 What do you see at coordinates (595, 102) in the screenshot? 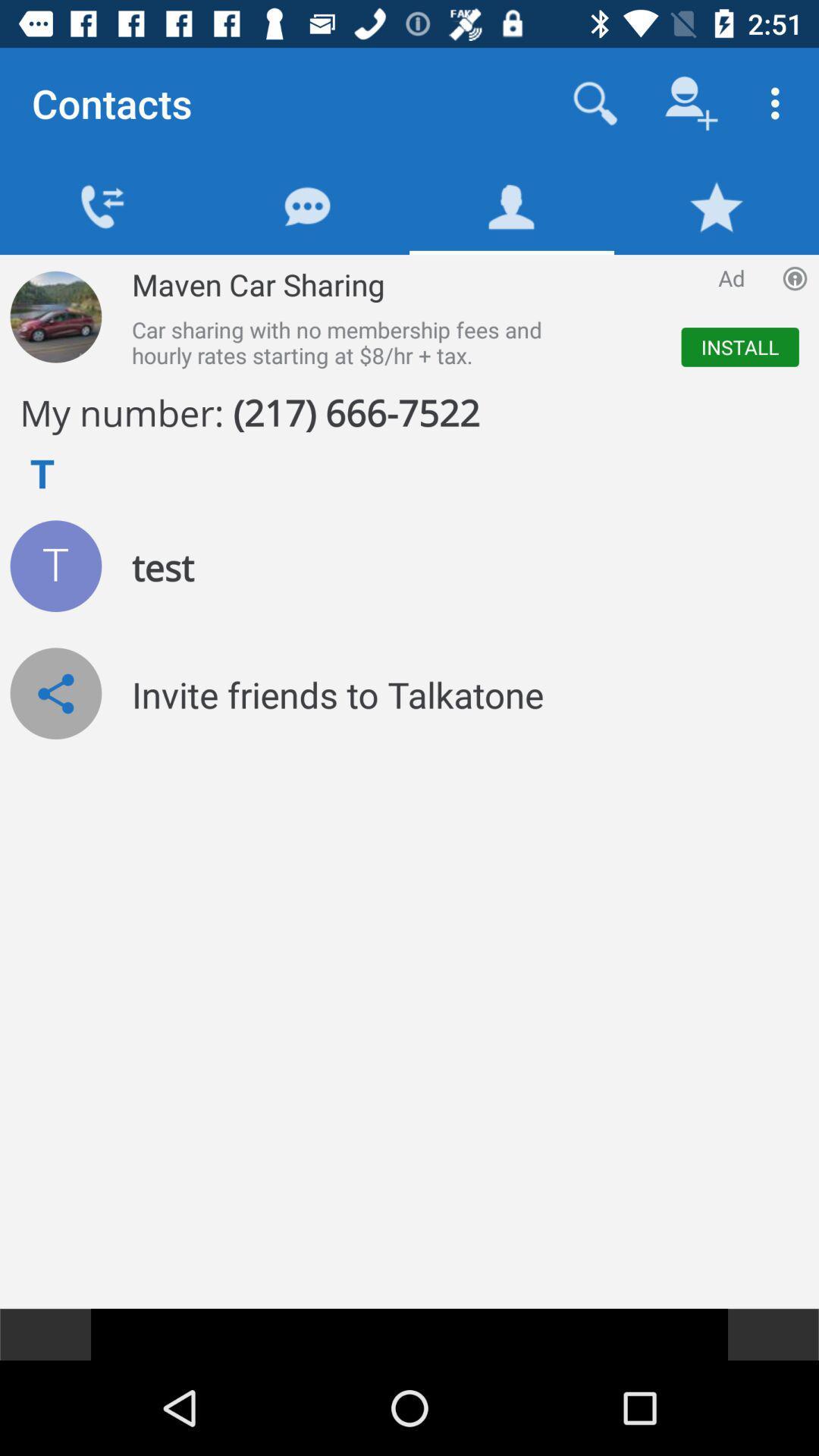
I see `search contacts` at bounding box center [595, 102].